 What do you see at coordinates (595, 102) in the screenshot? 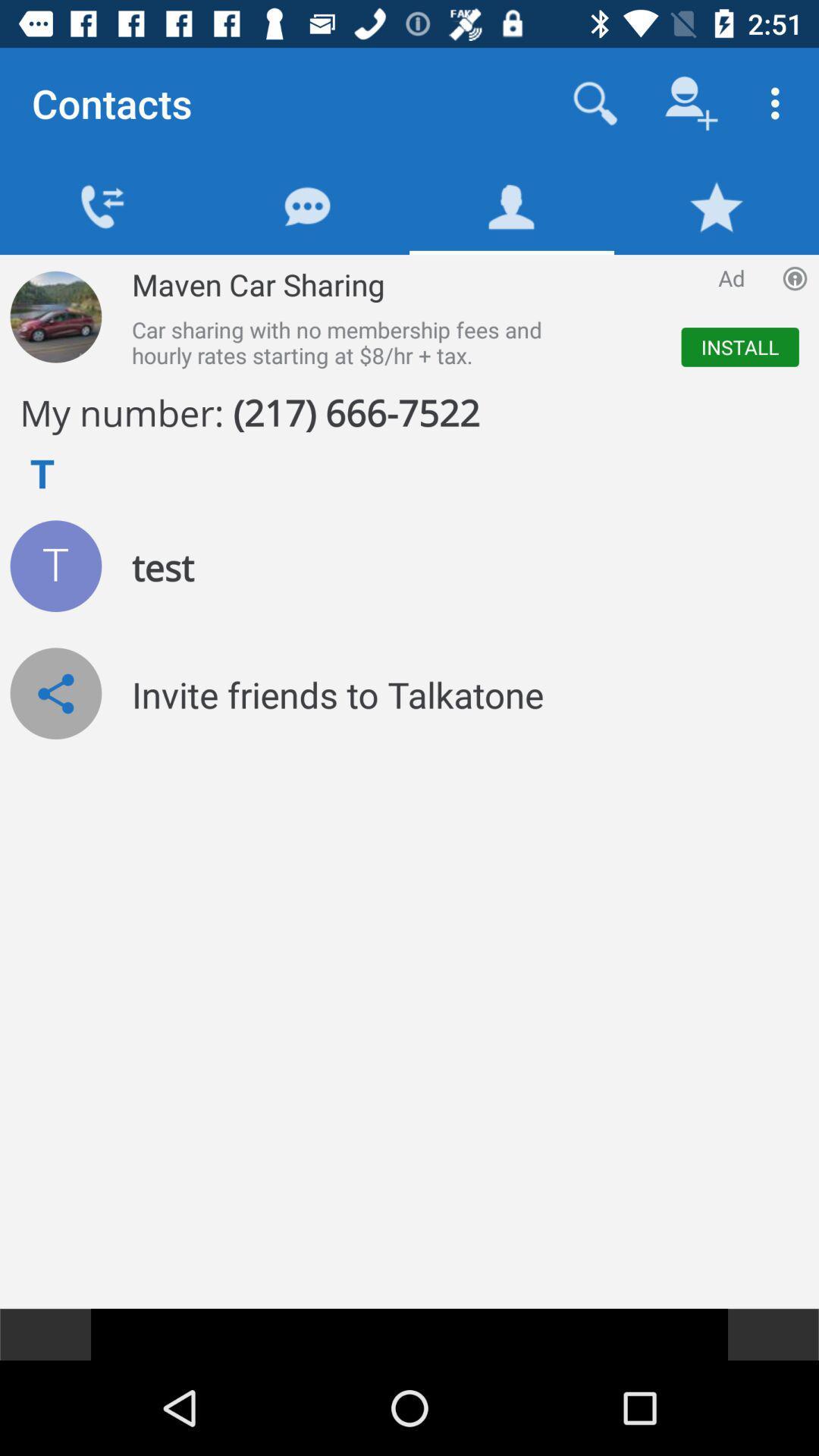
I see `search contacts` at bounding box center [595, 102].